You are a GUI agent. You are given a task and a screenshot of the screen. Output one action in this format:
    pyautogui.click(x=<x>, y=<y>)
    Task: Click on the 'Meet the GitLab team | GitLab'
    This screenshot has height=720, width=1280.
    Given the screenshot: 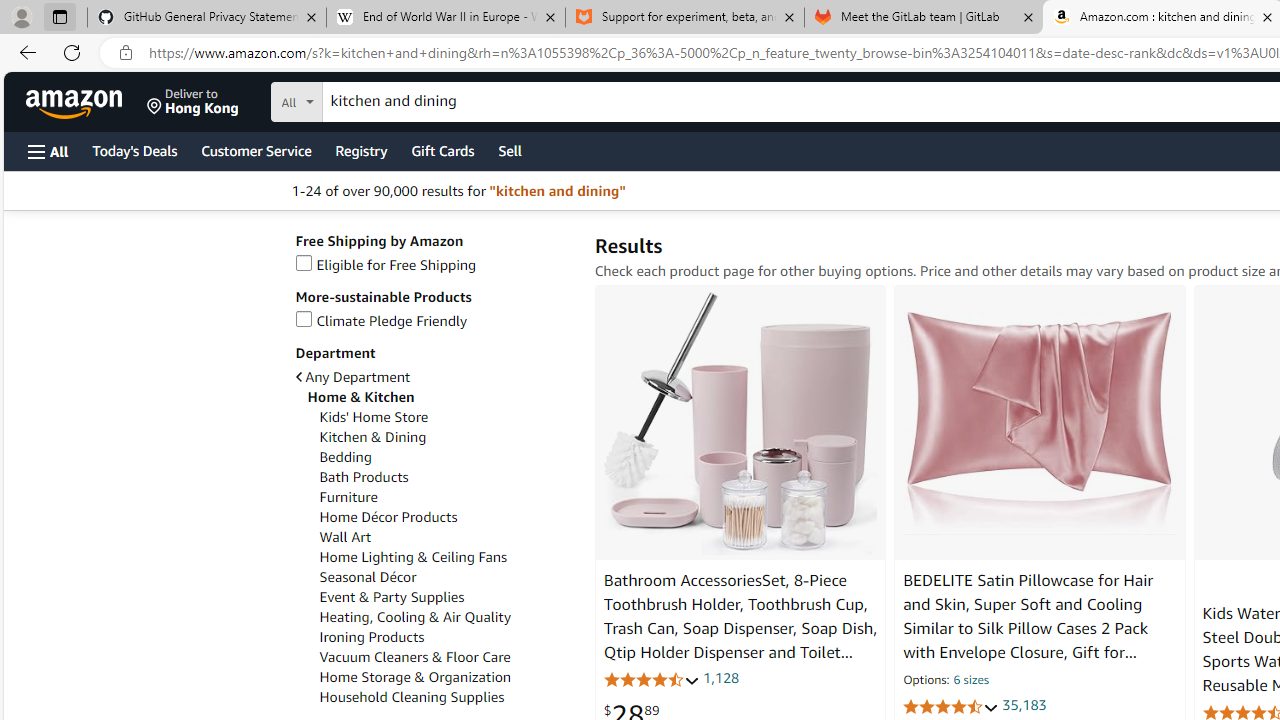 What is the action you would take?
    pyautogui.click(x=923, y=17)
    